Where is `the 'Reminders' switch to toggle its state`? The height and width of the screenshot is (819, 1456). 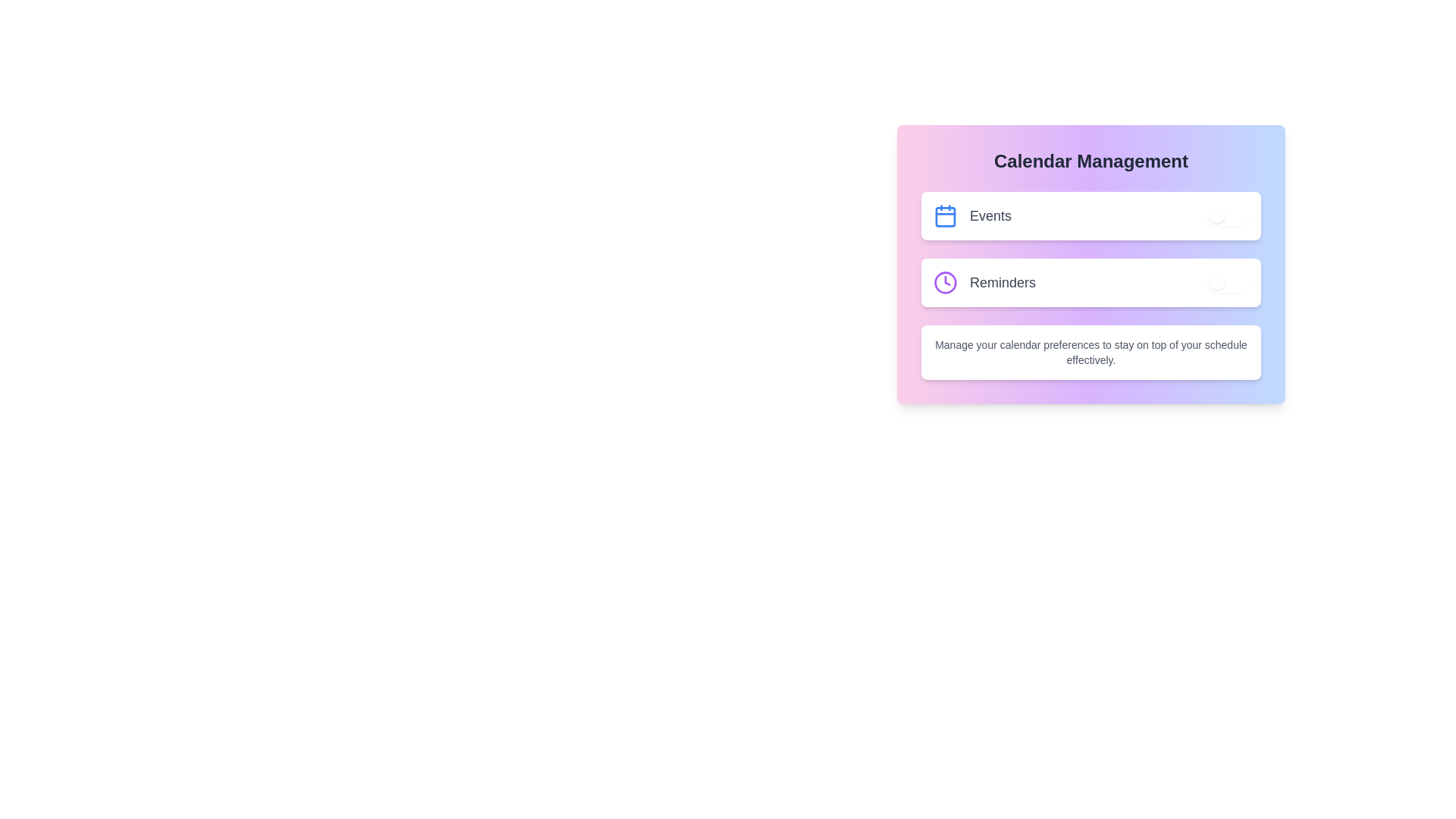
the 'Reminders' switch to toggle its state is located at coordinates (1227, 283).